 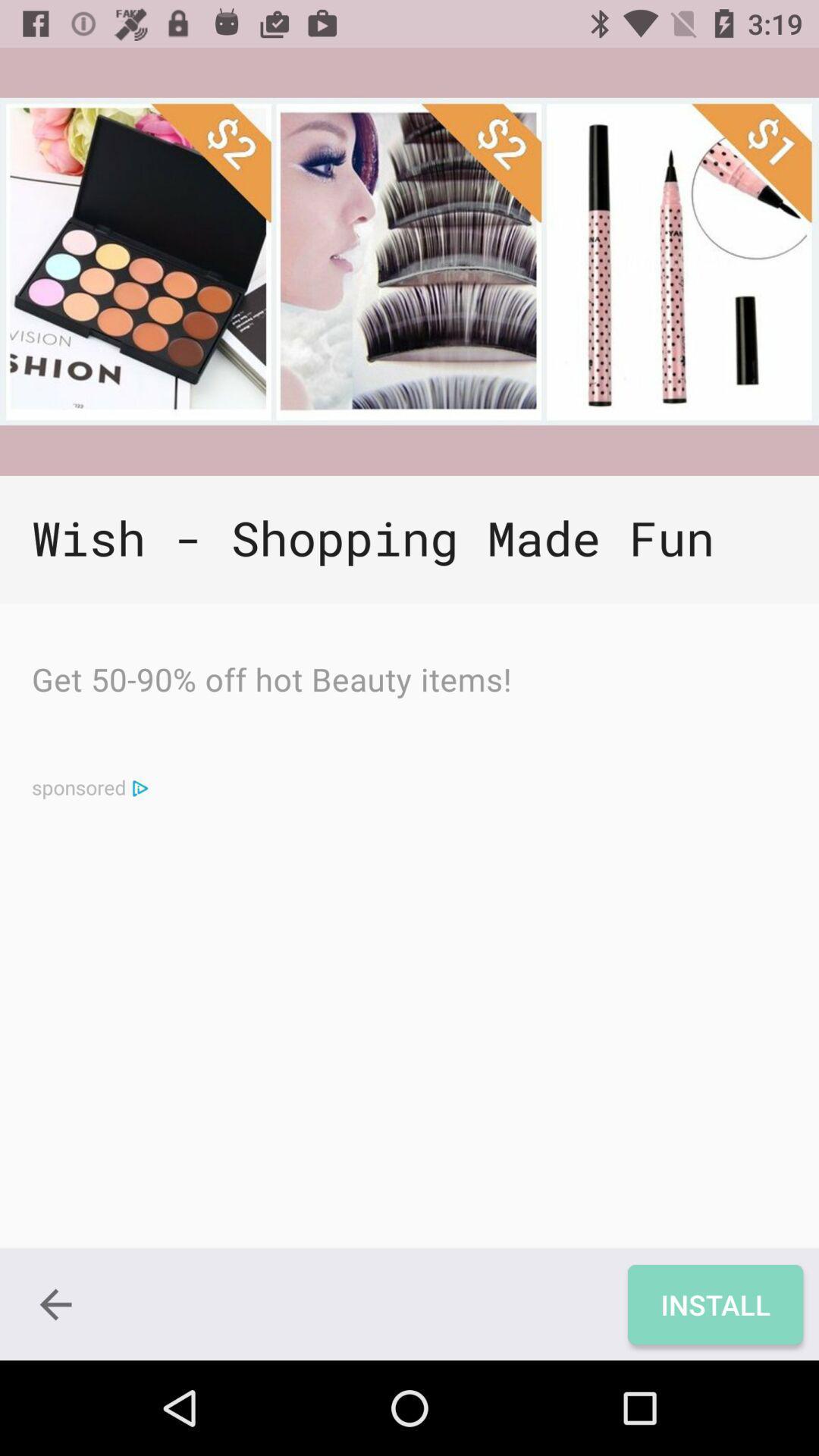 I want to click on icon below the sponsored icon, so click(x=55, y=1304).